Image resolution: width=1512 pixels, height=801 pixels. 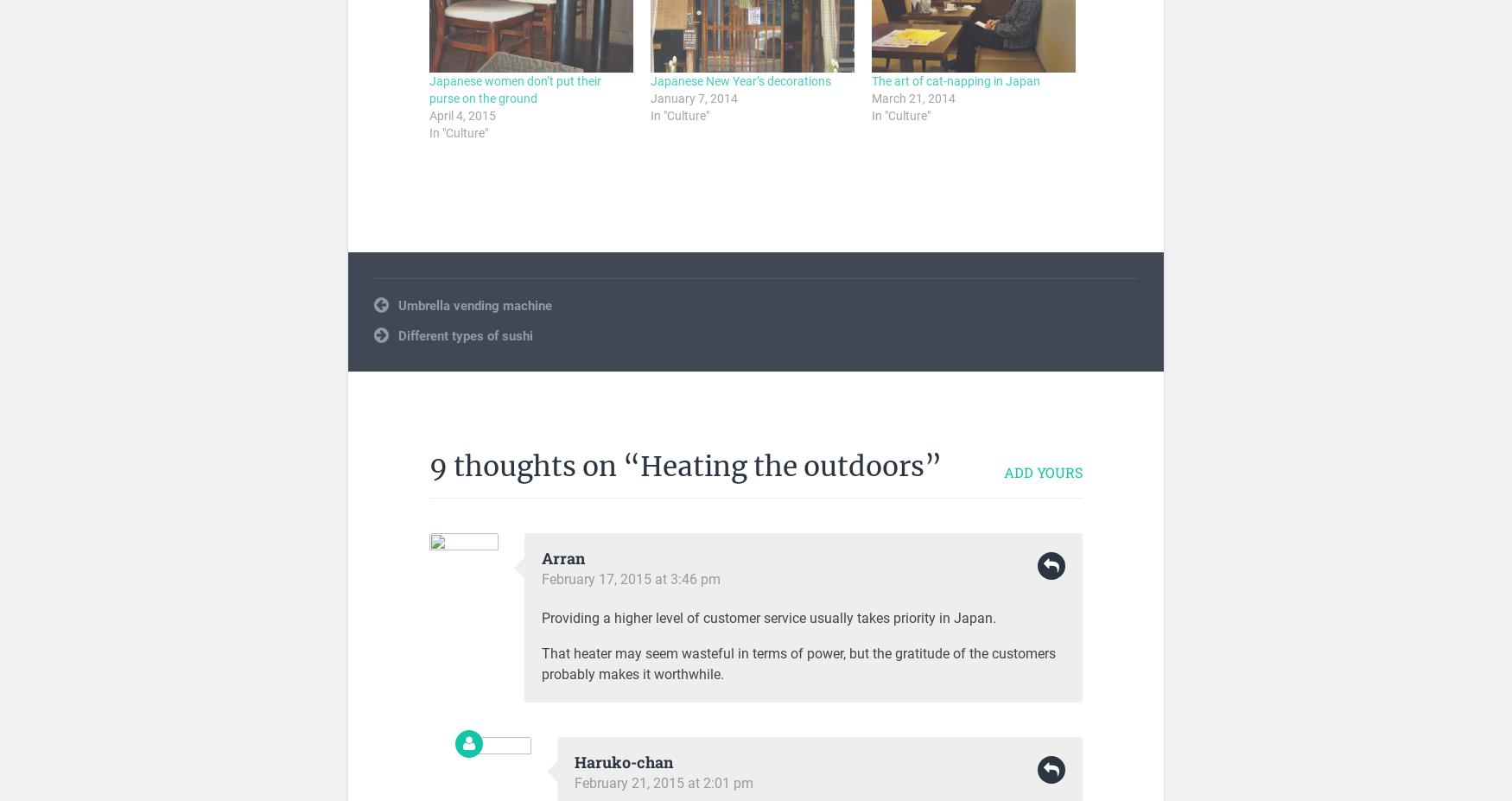 What do you see at coordinates (425, 474) in the screenshot?
I see `'Japanese mentality'` at bounding box center [425, 474].